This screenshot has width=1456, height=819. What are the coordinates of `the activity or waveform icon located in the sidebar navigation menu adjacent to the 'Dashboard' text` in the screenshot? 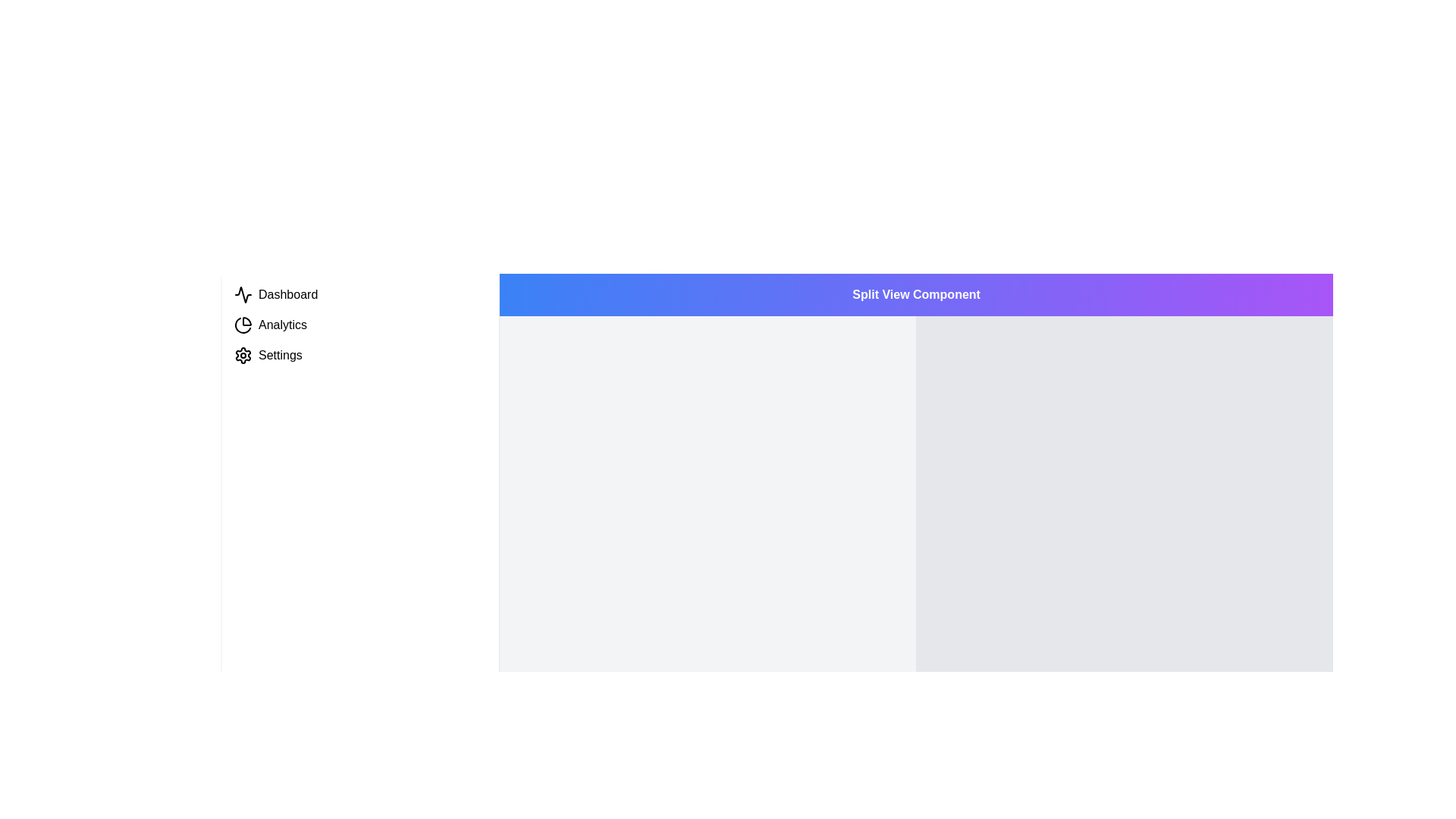 It's located at (243, 295).